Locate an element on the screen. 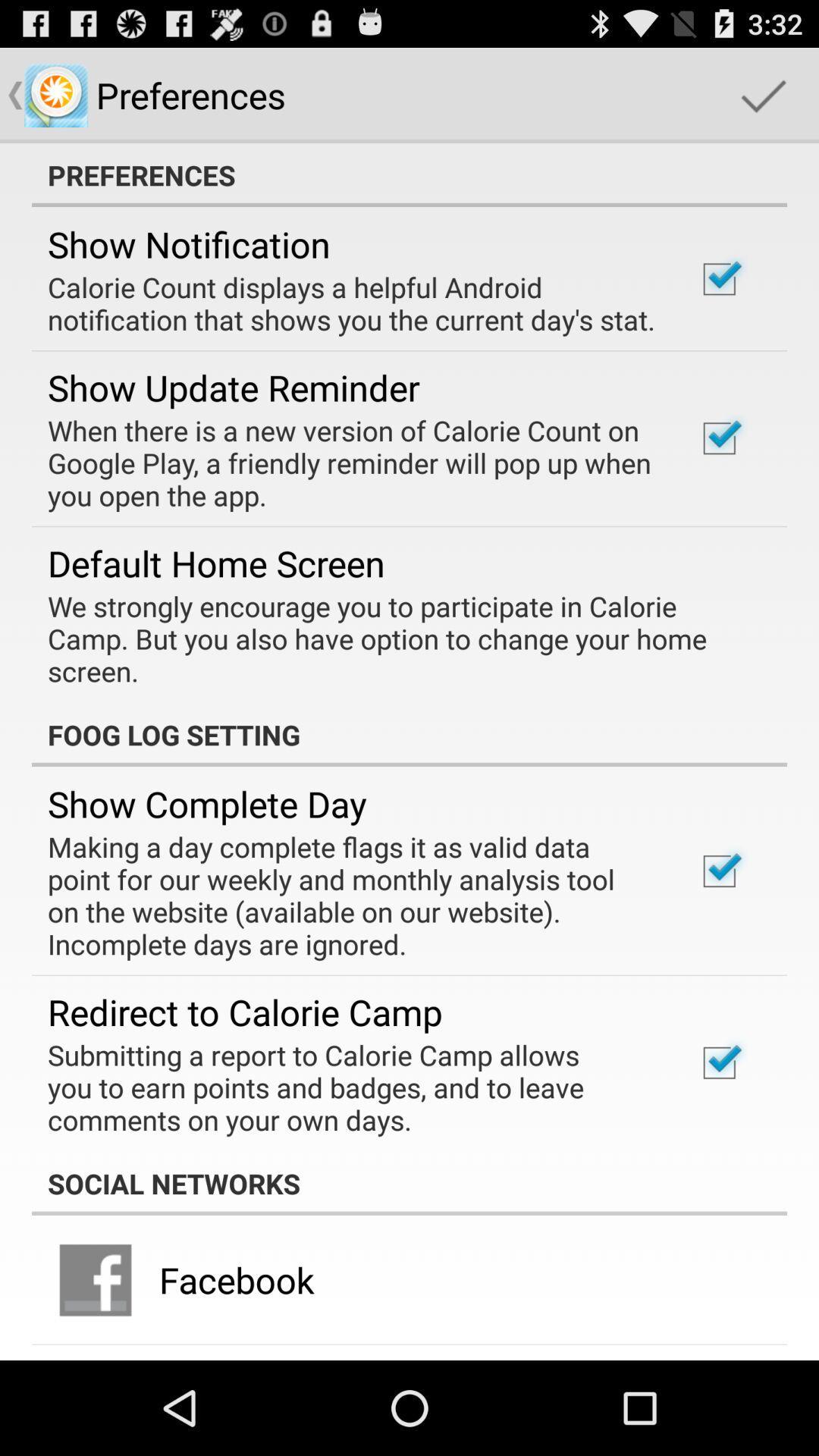 This screenshot has height=1456, width=819. app above when there is item is located at coordinates (234, 388).